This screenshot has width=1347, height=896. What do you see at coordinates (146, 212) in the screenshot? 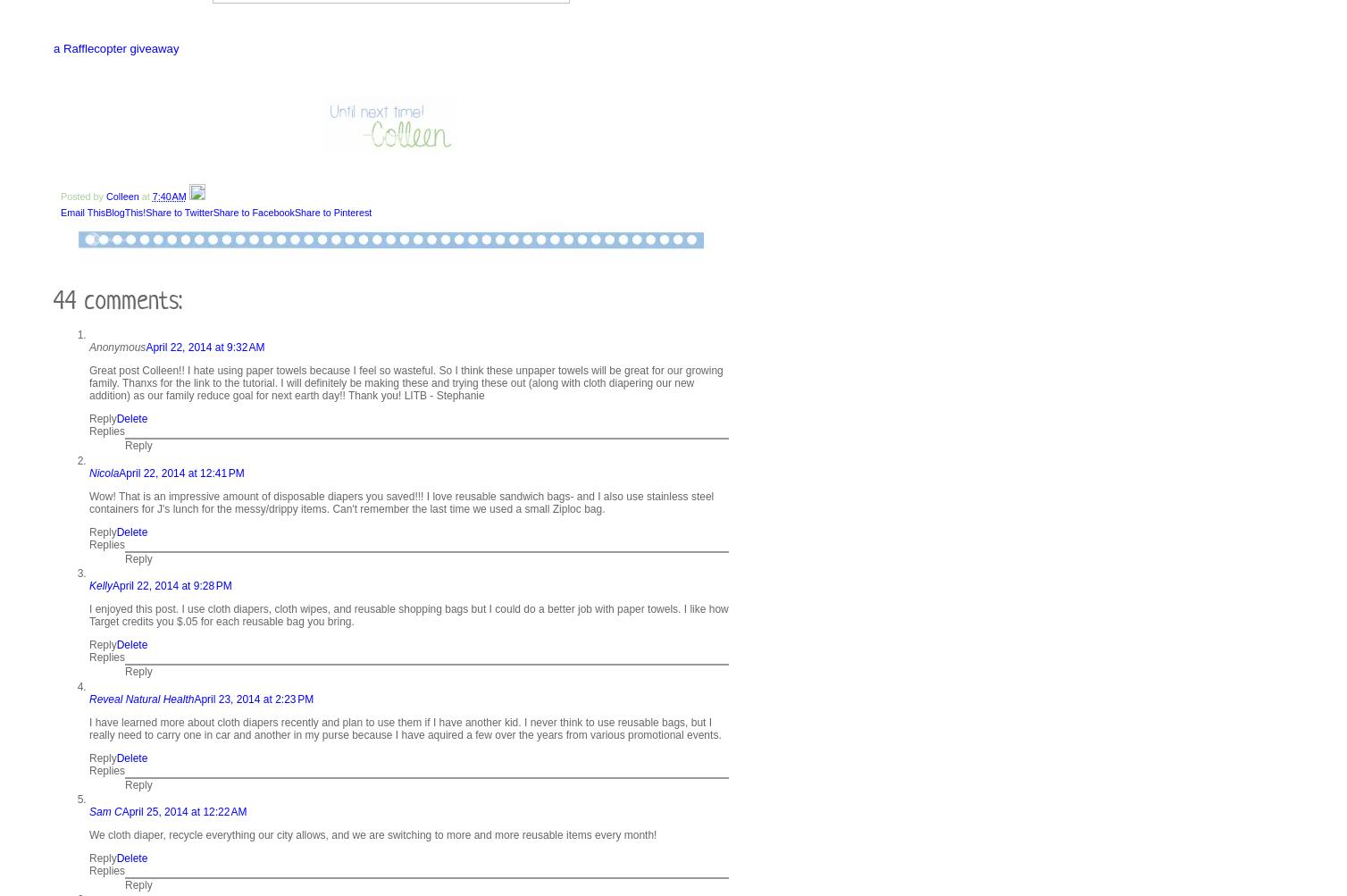
I see `'Share to Twitter'` at bounding box center [146, 212].